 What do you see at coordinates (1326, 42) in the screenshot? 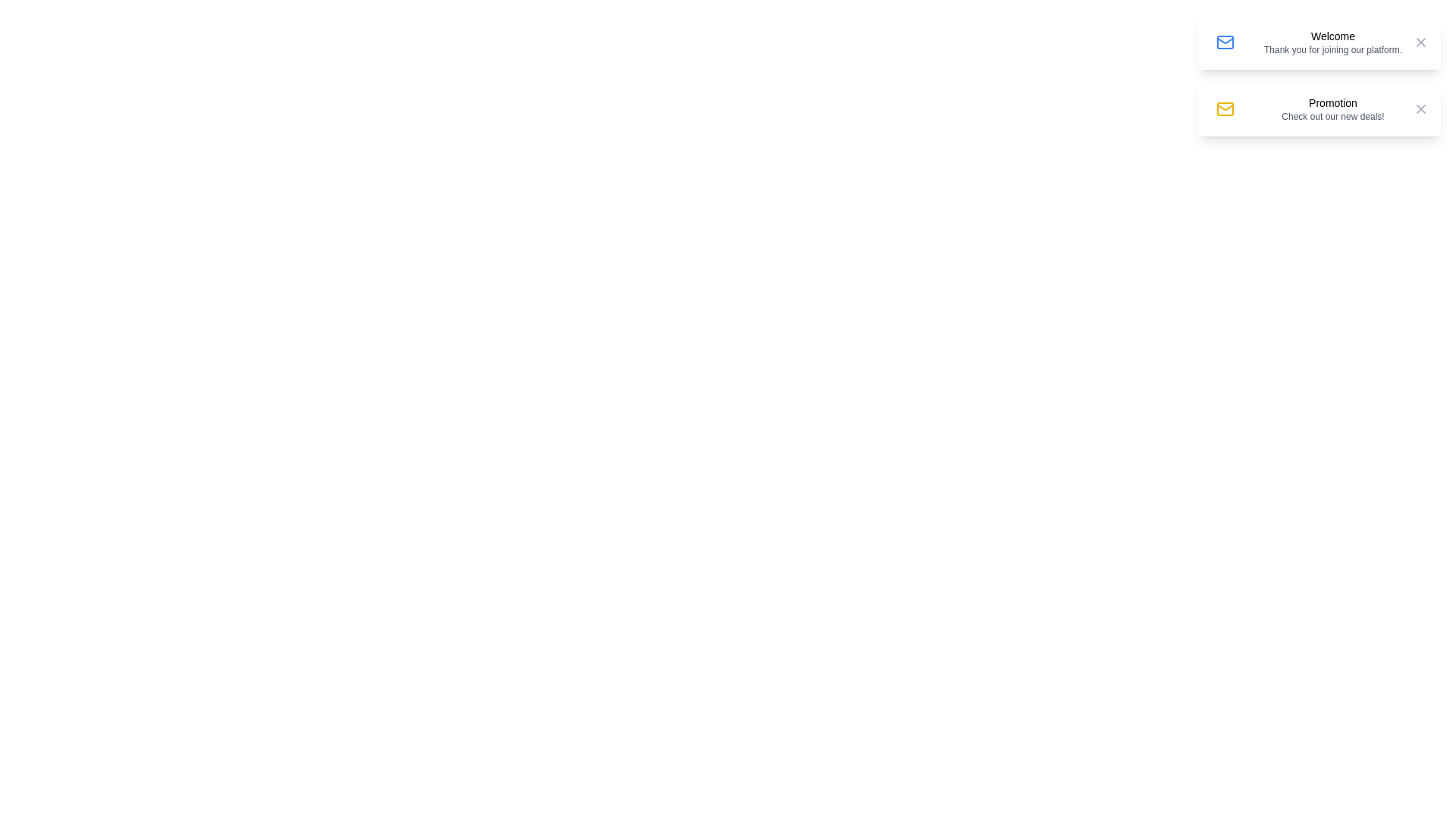
I see `text block element that displays 'Welcome' in bold at the top center and 'Thank you for joining our platform.' below it, located in the notification popup at the top right of the interface` at bounding box center [1326, 42].